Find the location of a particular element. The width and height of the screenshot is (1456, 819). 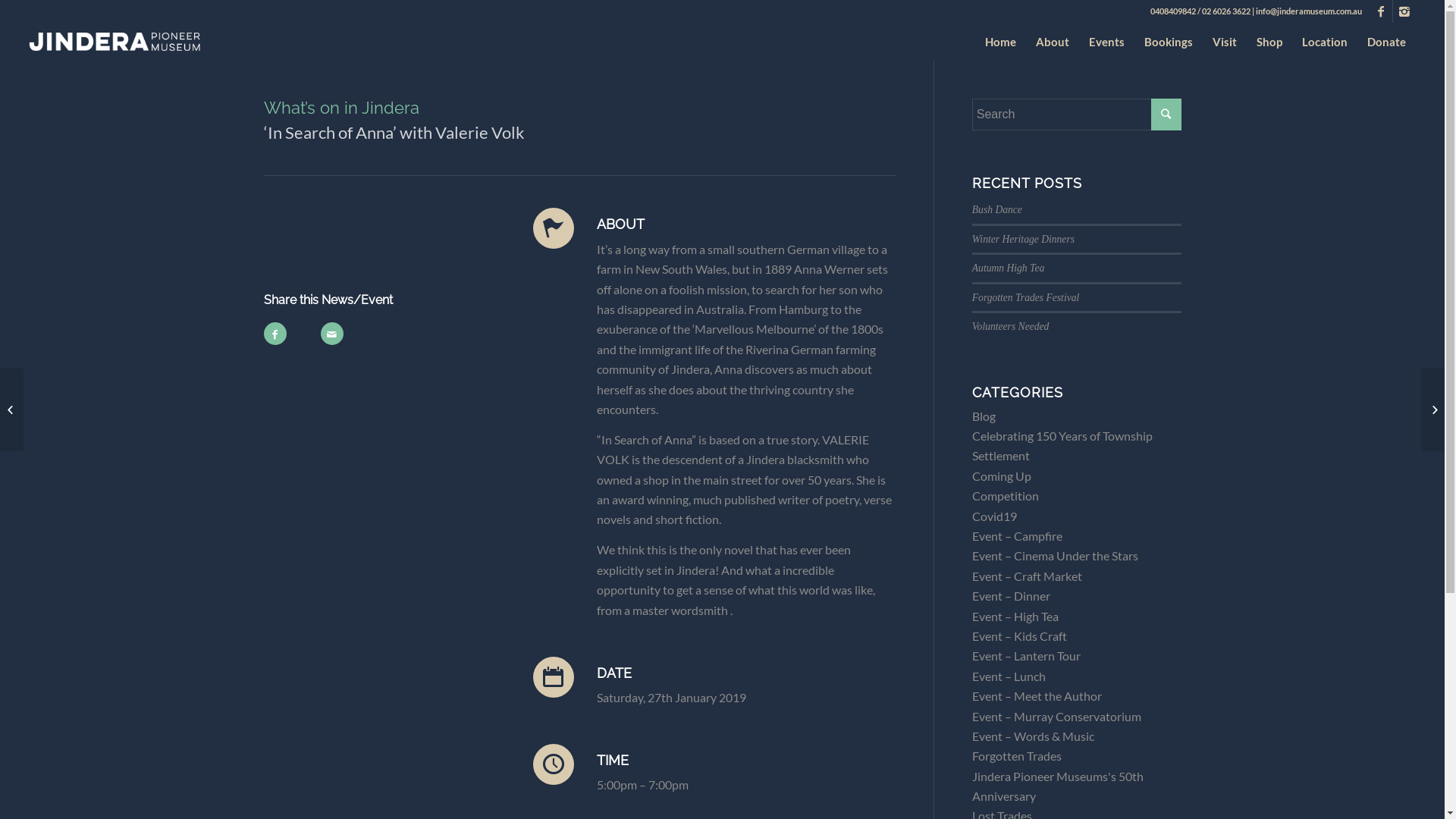

'Location' is located at coordinates (1324, 40).